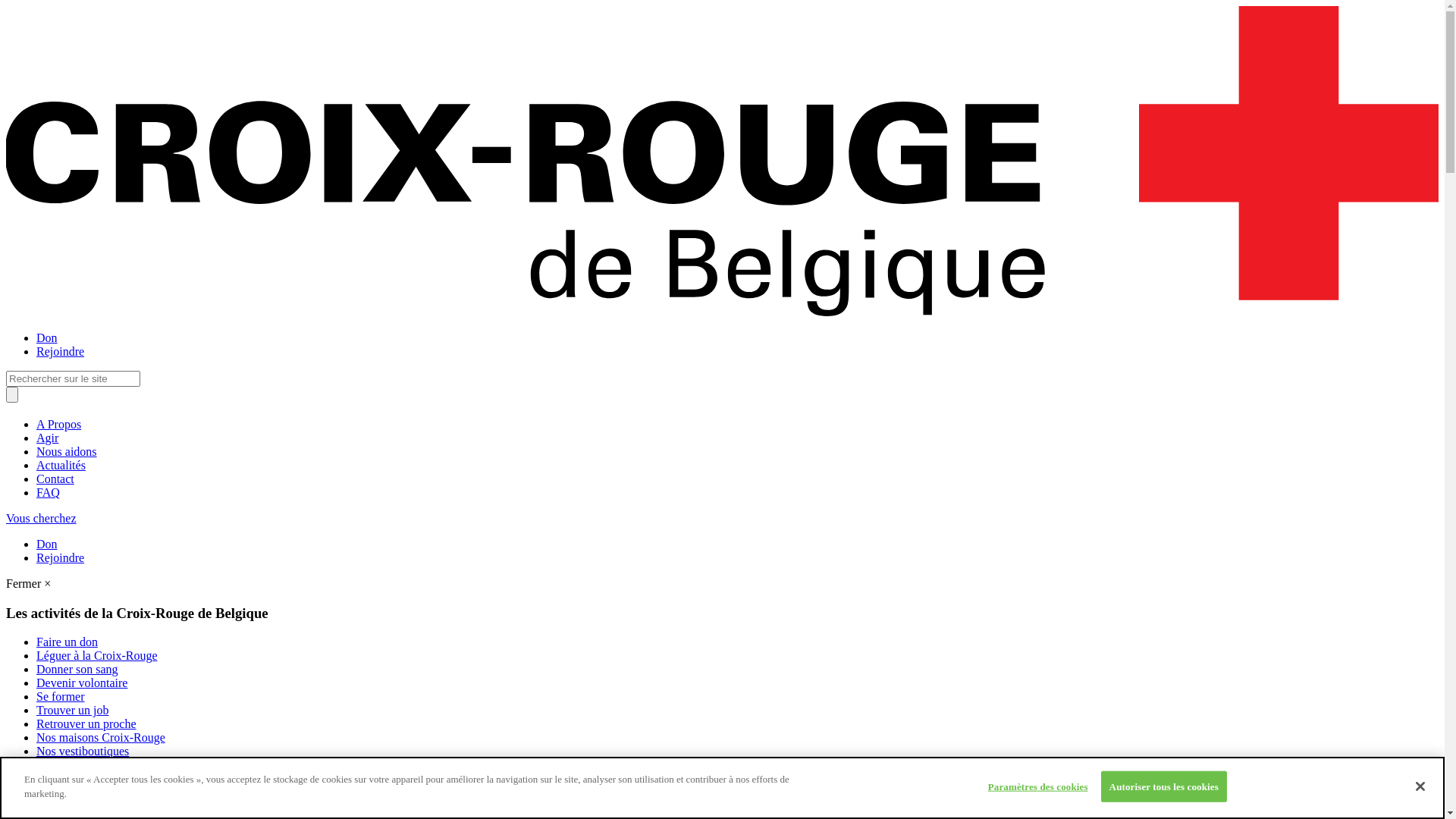  What do you see at coordinates (55, 479) in the screenshot?
I see `'Contact'` at bounding box center [55, 479].